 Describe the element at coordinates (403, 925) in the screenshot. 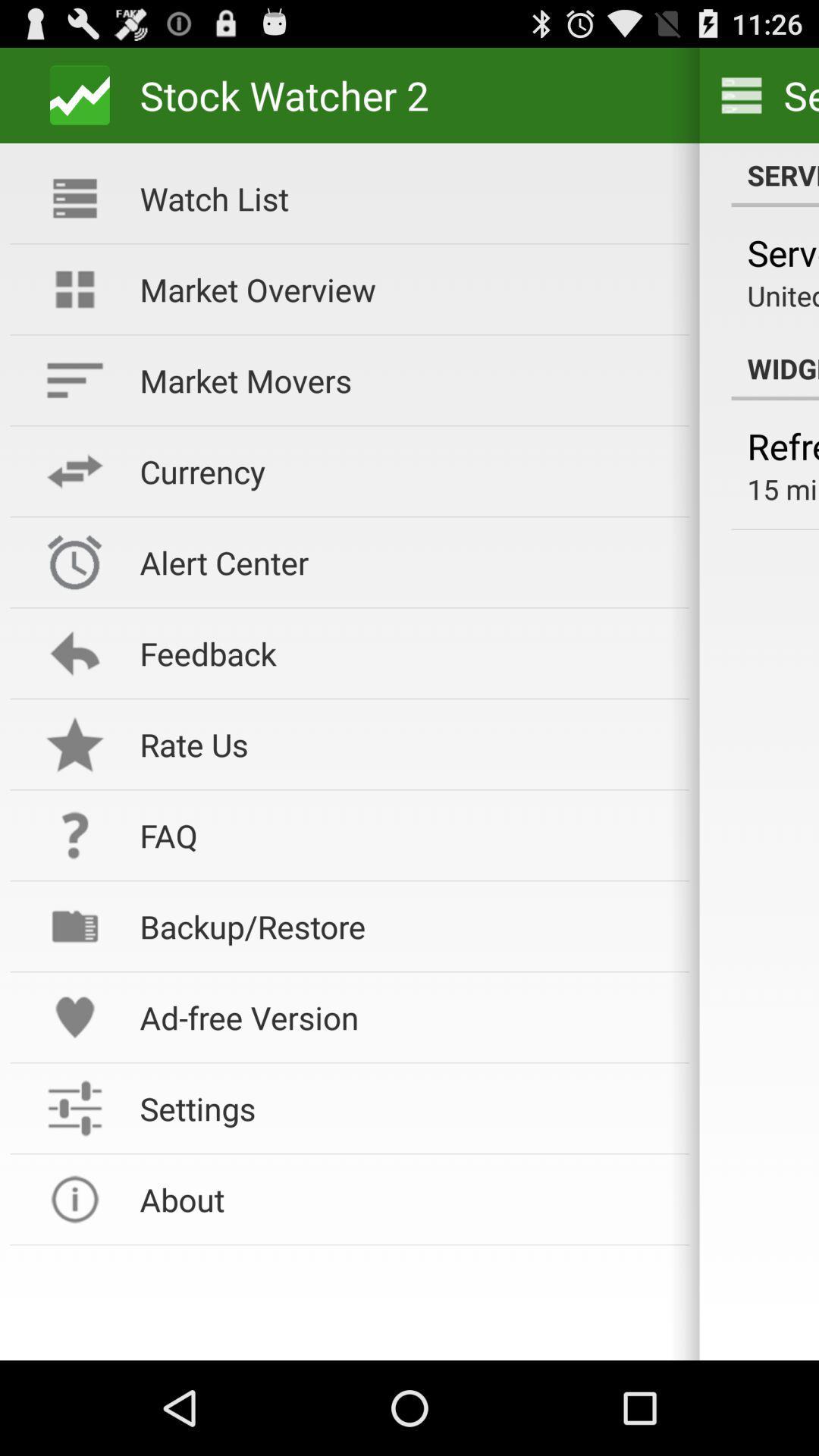

I see `backup/restore icon` at that location.